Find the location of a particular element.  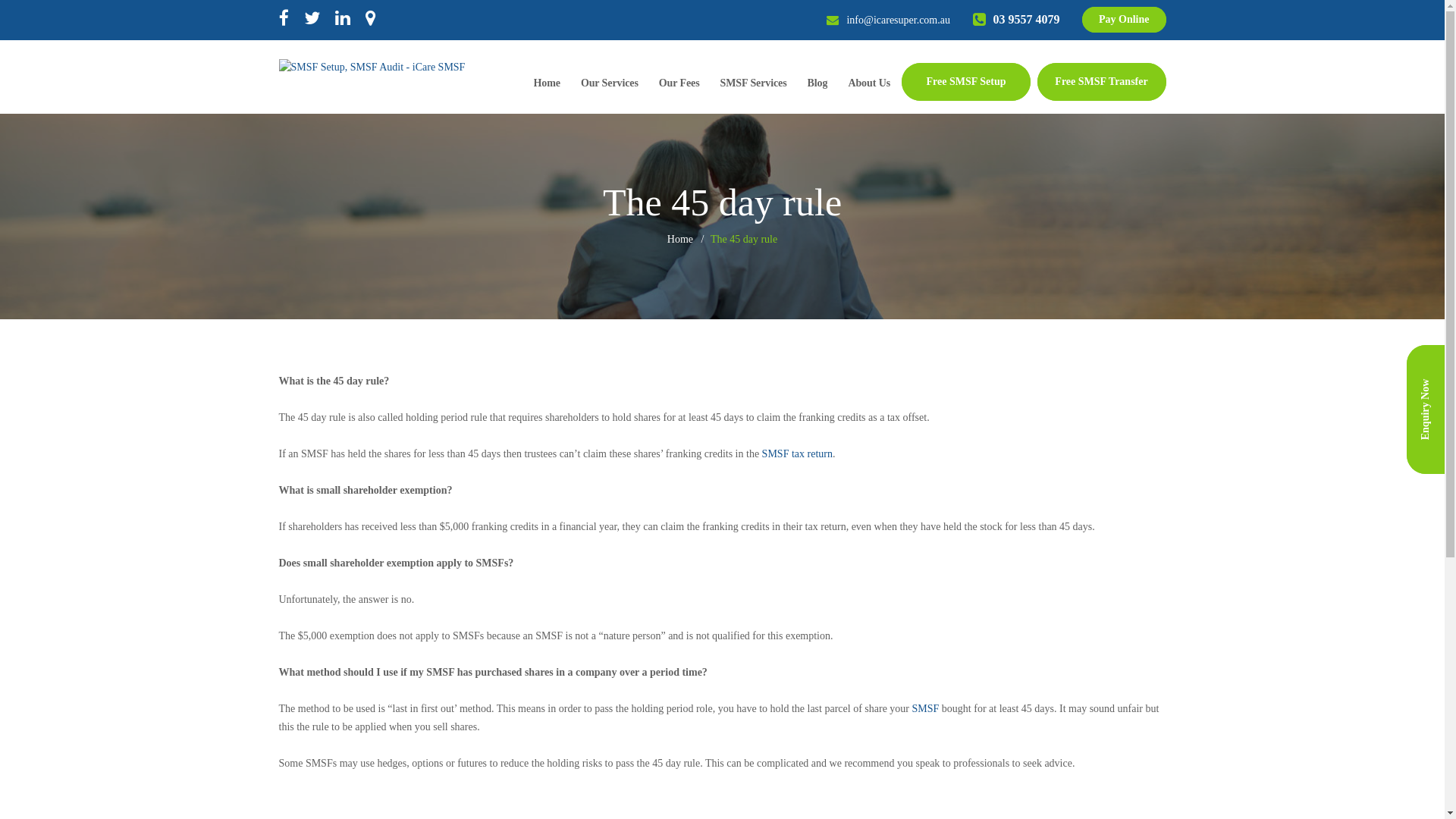

'Our Fees' is located at coordinates (679, 85).